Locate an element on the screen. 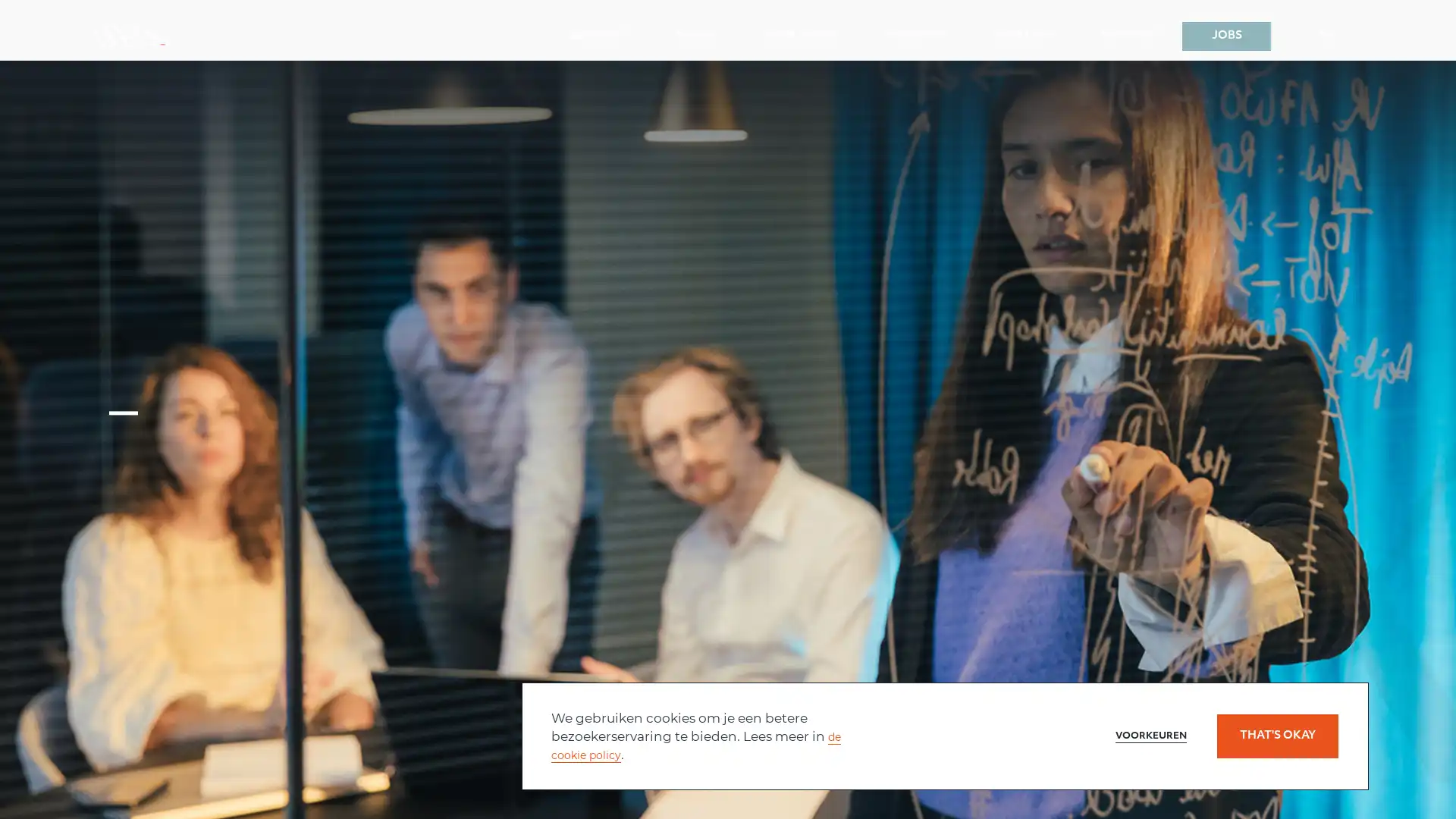 Image resolution: width=1456 pixels, height=819 pixels. VOORKEUREN is located at coordinates (1138, 735).